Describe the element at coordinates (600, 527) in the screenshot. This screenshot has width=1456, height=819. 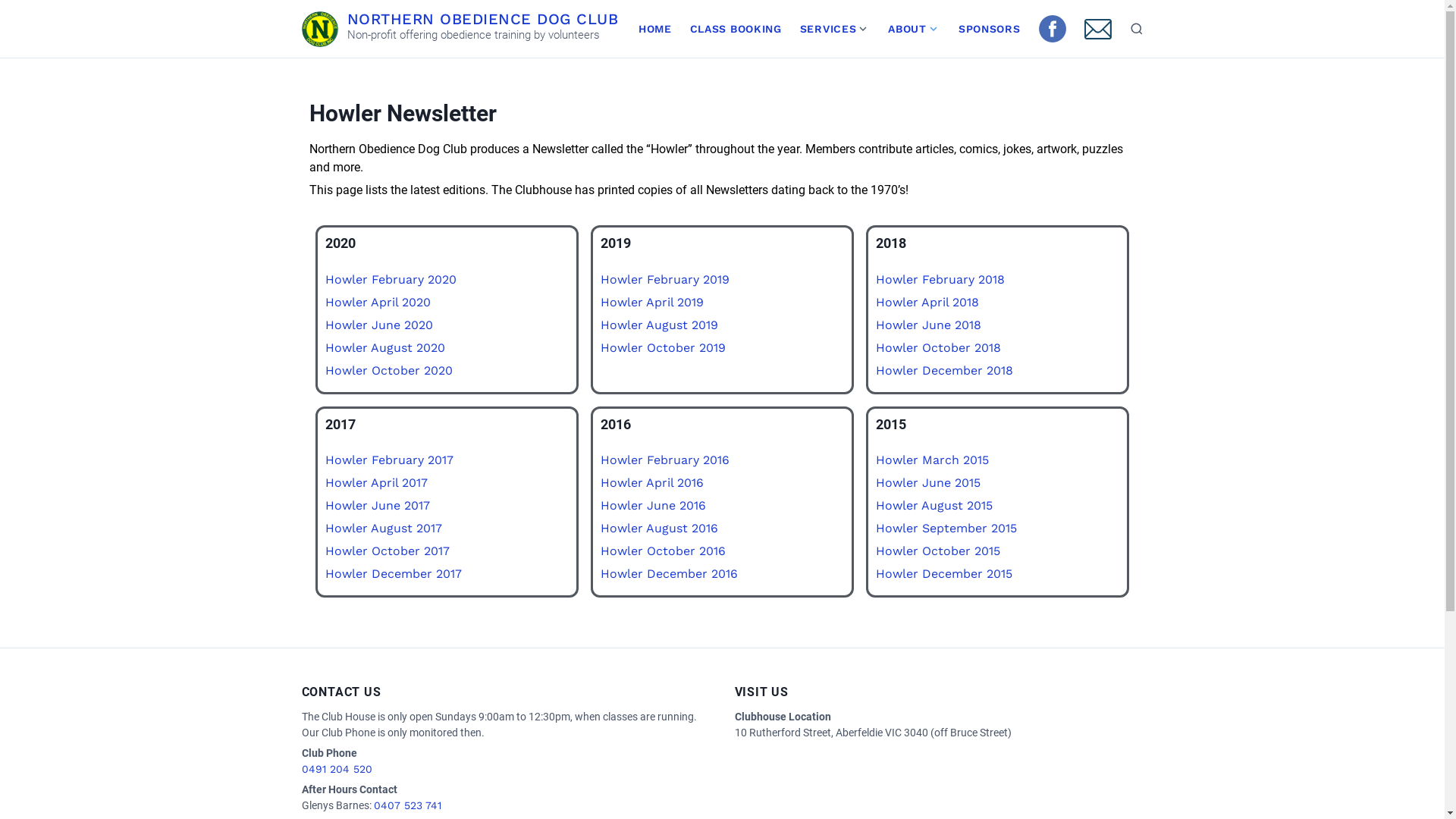
I see `'Howler August 2016'` at that location.